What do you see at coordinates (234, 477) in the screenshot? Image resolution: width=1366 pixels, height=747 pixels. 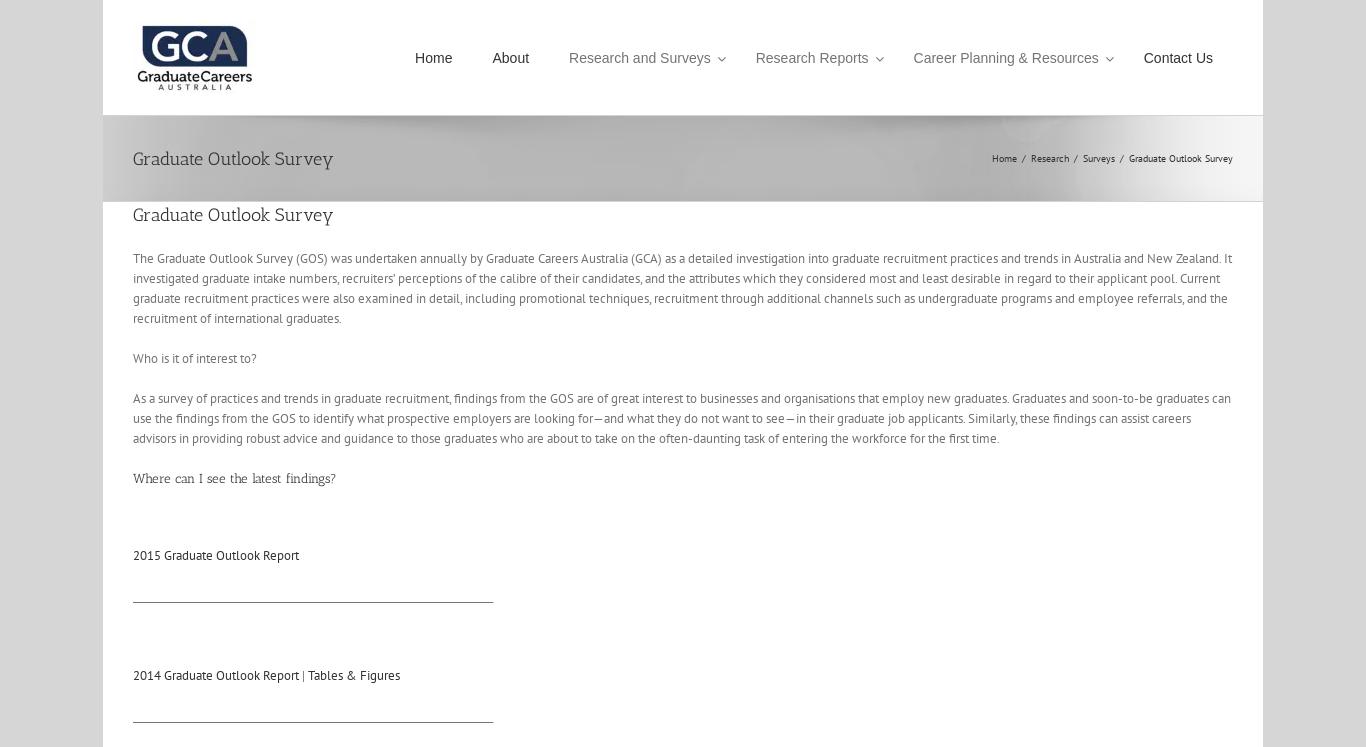 I see `'Where can I see the latest findings?'` at bounding box center [234, 477].